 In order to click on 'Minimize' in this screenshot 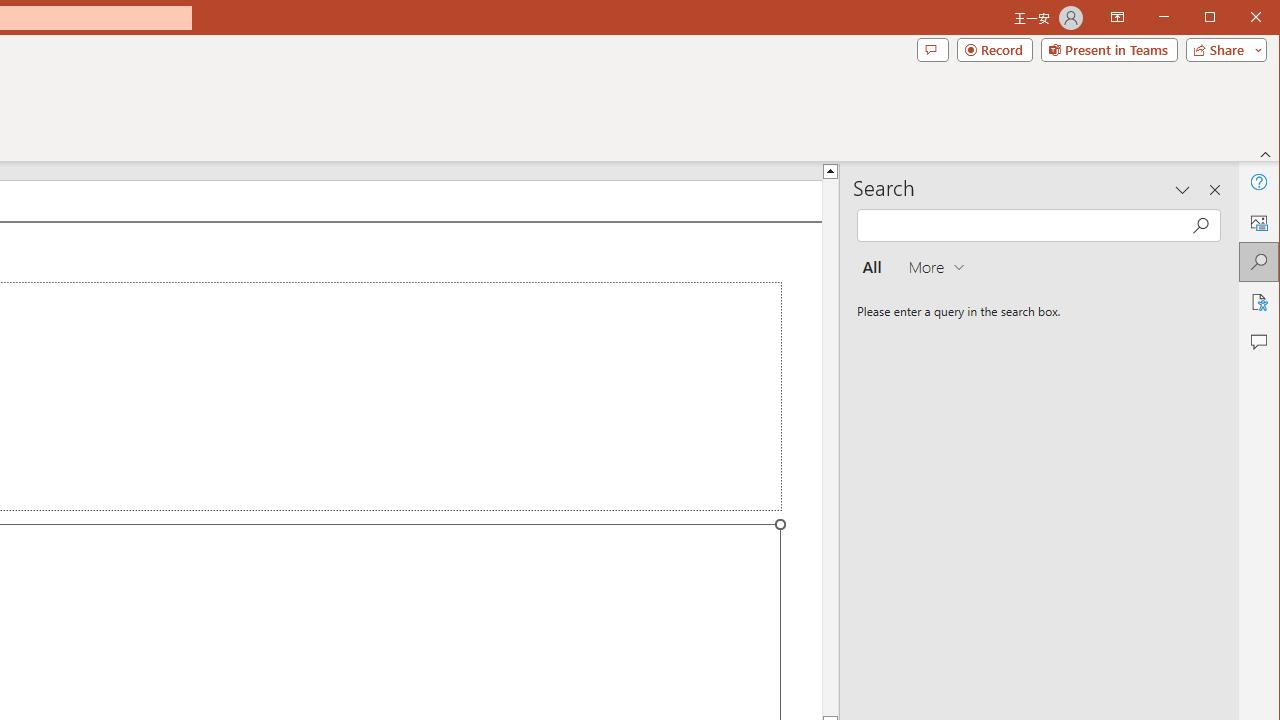, I will do `click(1215, 19)`.